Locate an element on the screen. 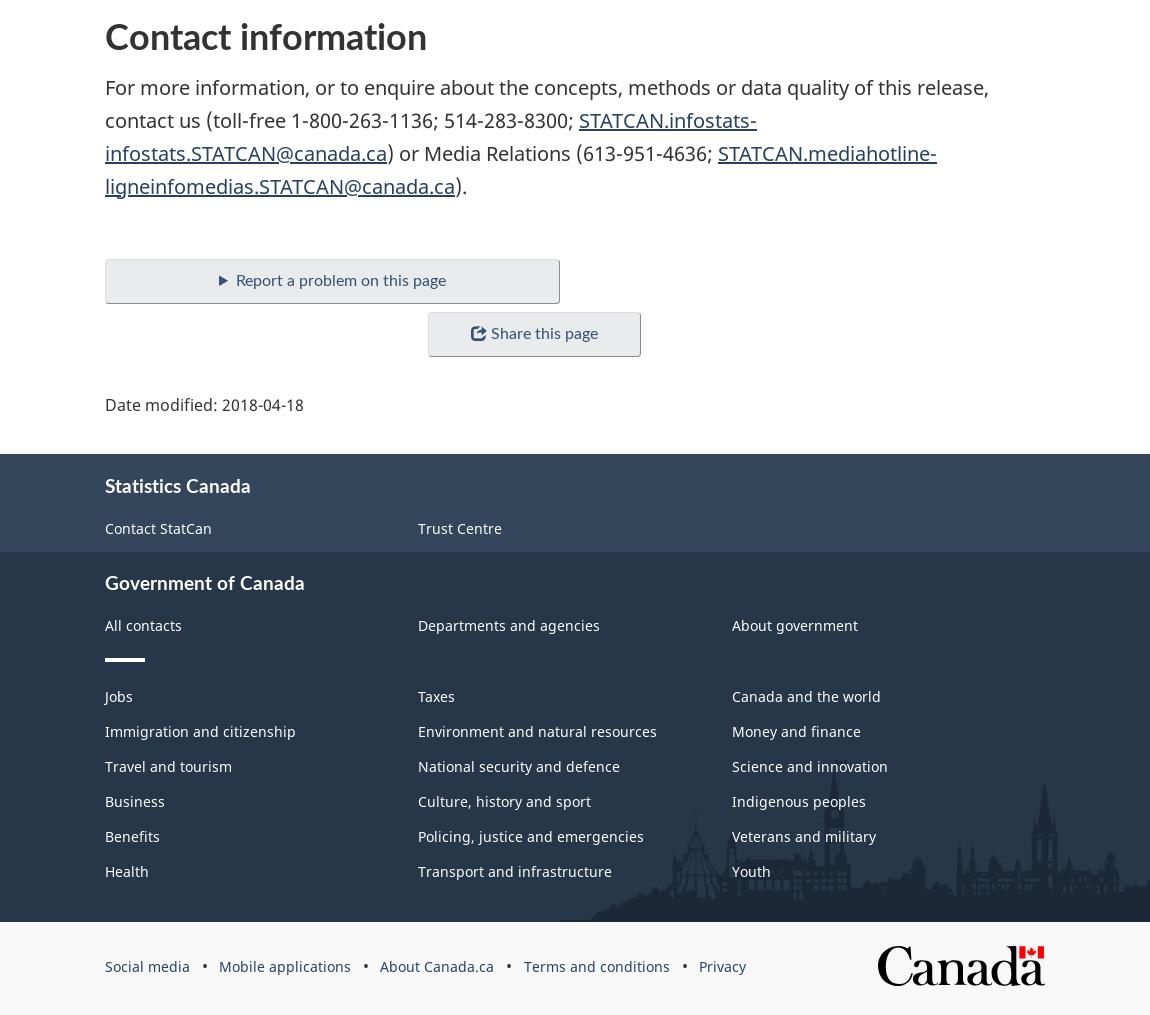 The image size is (1150, 1015). 'Indigenous peoples' is located at coordinates (796, 800).